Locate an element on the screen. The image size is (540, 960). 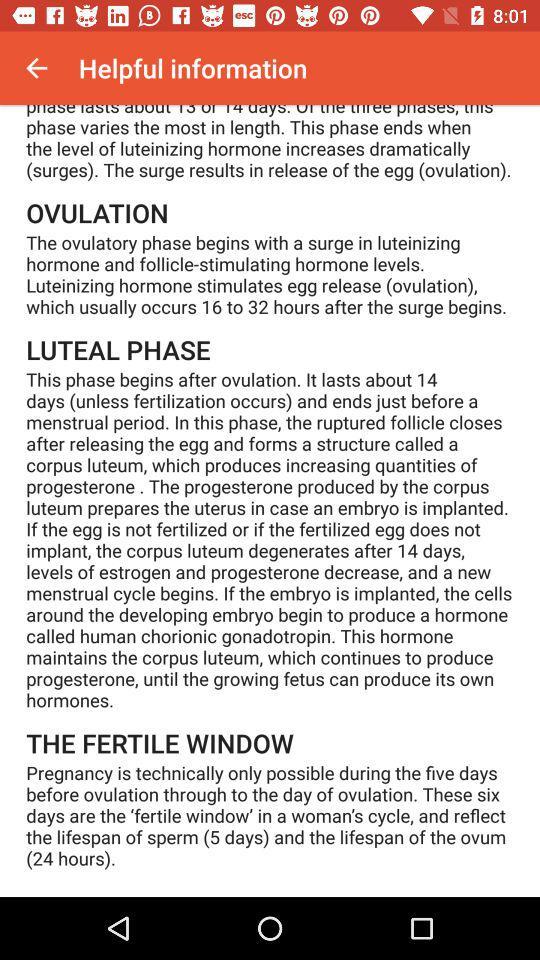
the app to the left of the helpful information item is located at coordinates (36, 68).